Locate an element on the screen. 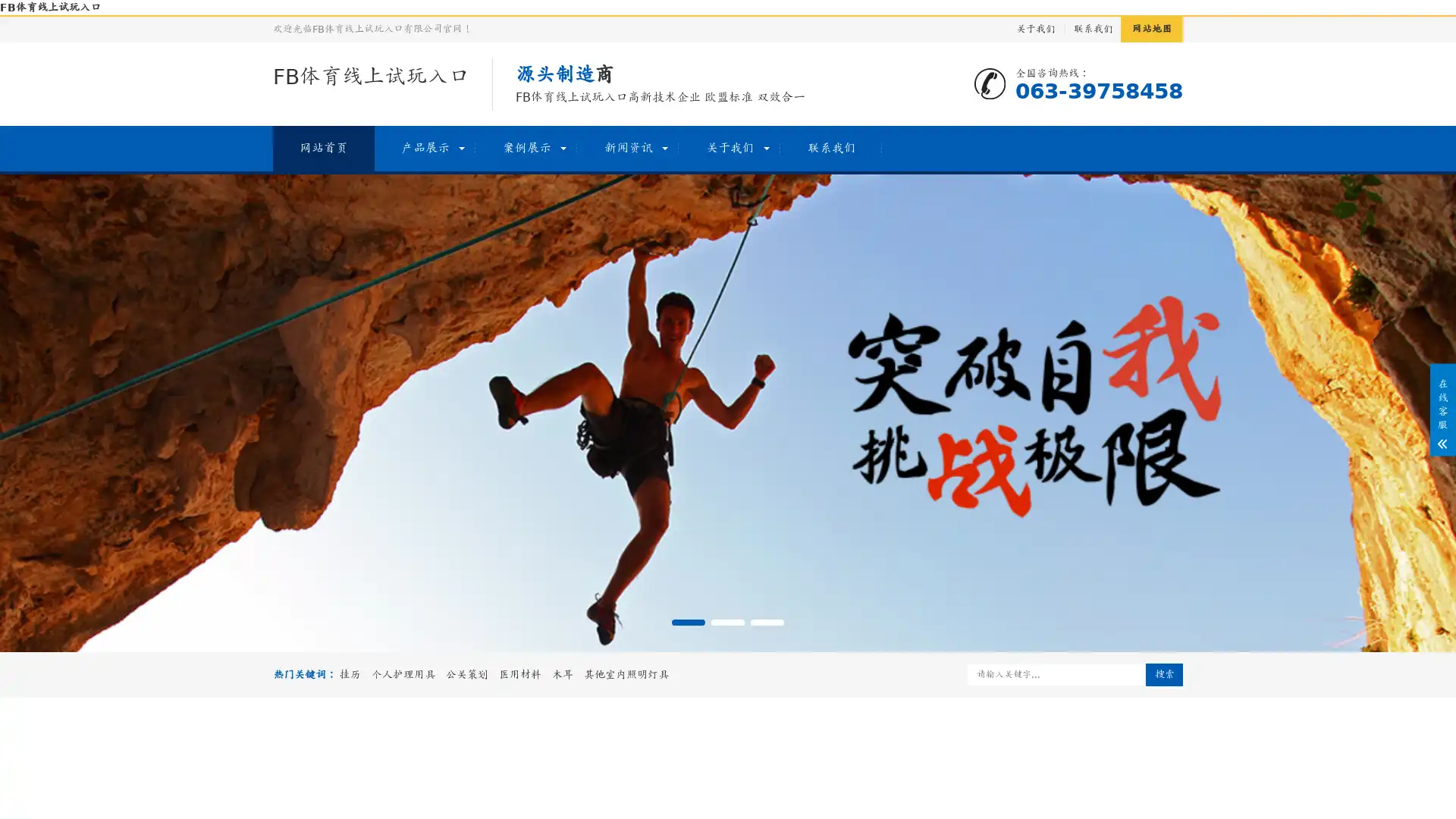  Go to slide 1 is located at coordinates (687, 623).